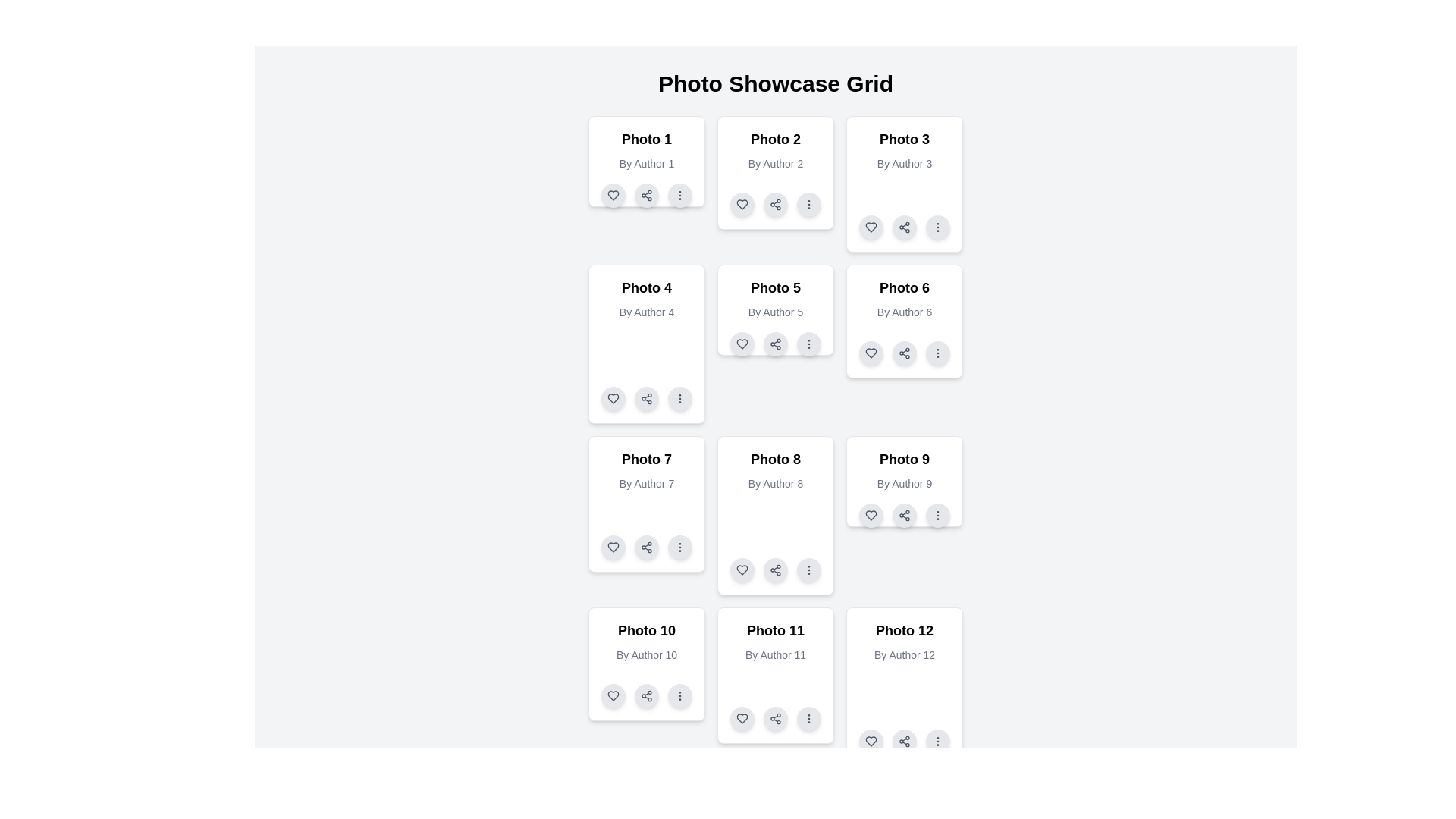 This screenshot has height=819, width=1456. I want to click on the share icon in the horizontal button group located at the bottom section of the card for 'Photo 9' by 'Author 9', so click(905, 514).